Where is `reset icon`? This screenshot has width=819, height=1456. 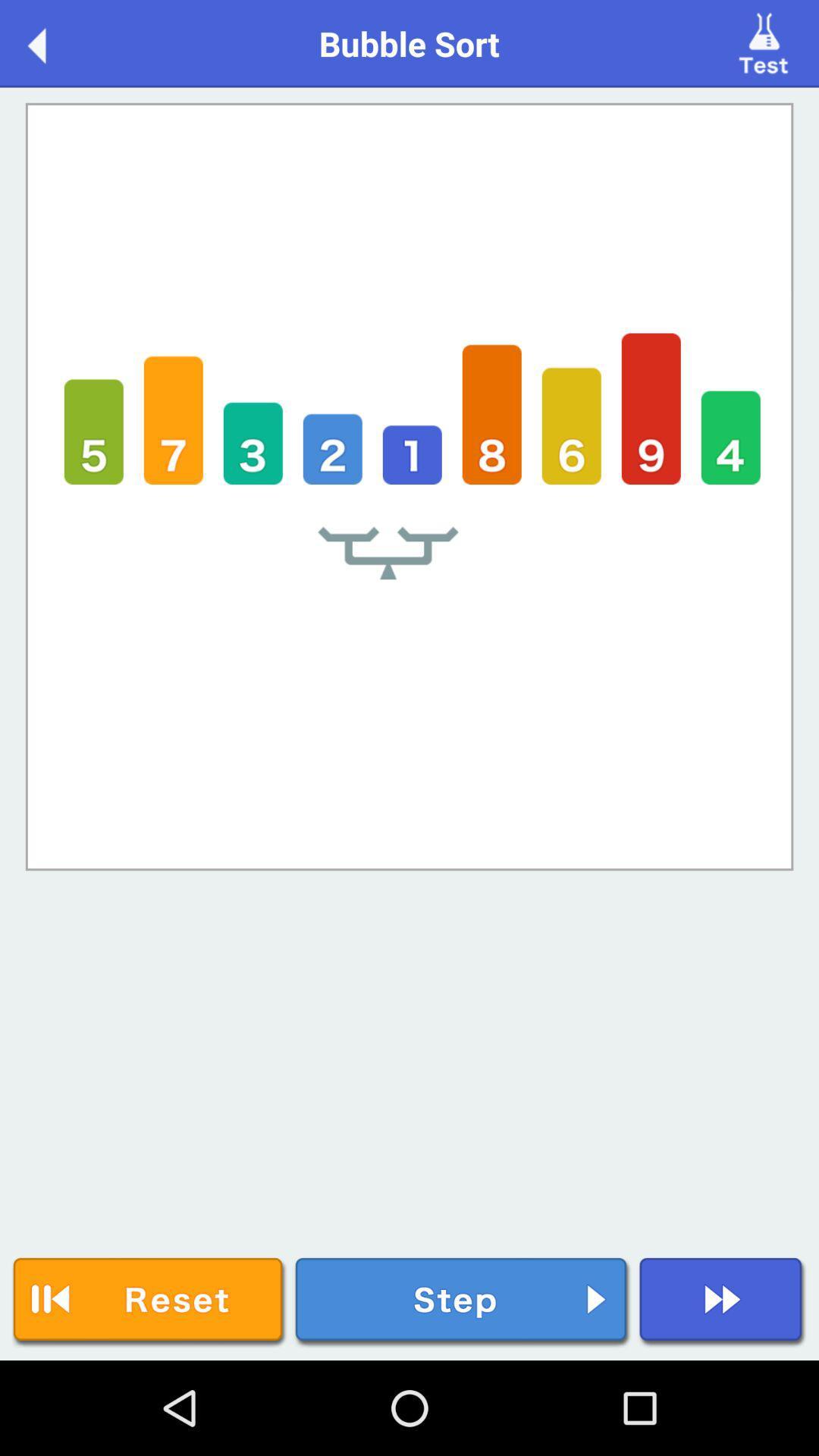
reset icon is located at coordinates (149, 1301).